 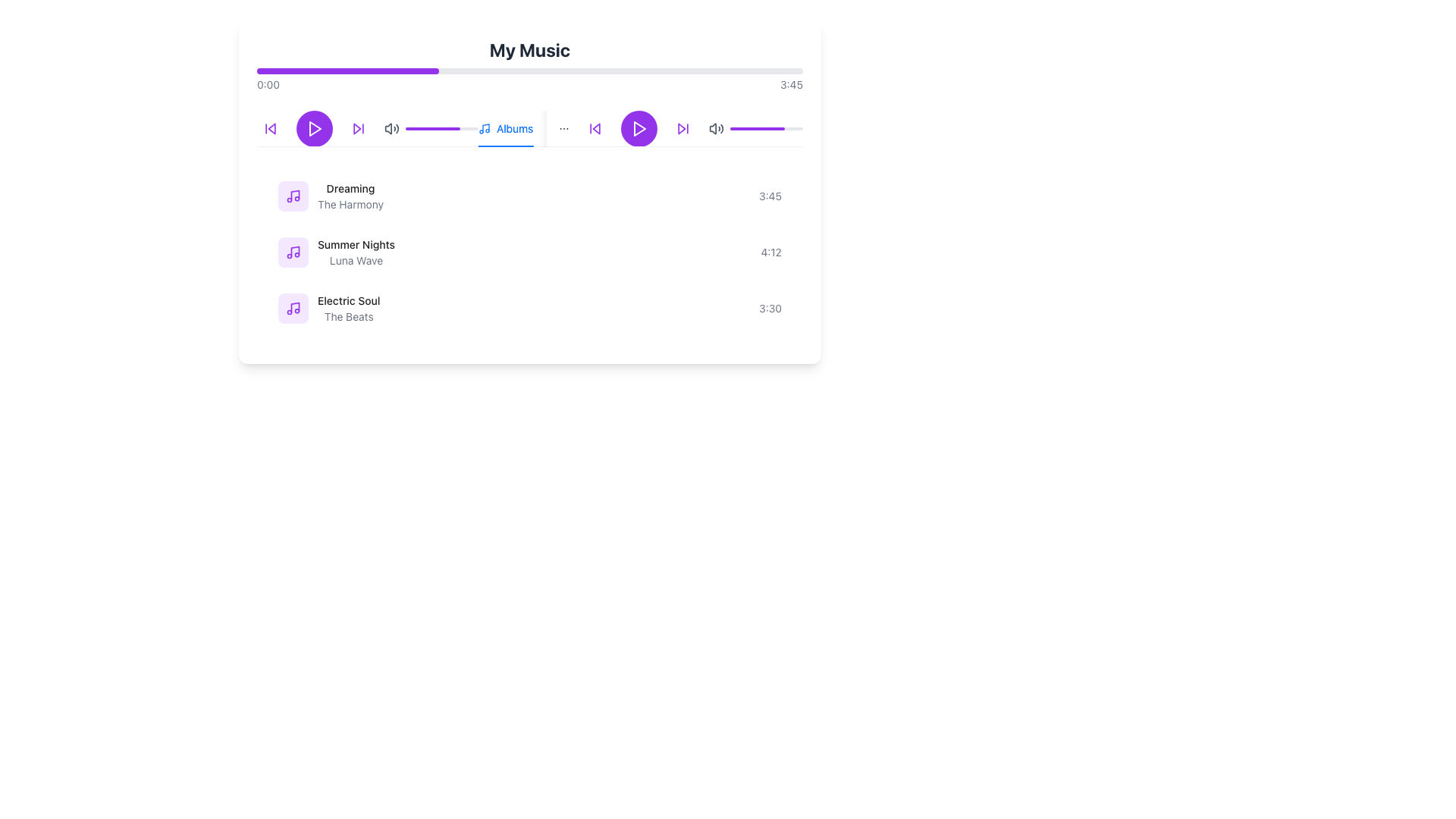 I want to click on the play icon, which is a triangular icon located in a purple circle button in the top navigation bar of the music player, so click(x=315, y=127).